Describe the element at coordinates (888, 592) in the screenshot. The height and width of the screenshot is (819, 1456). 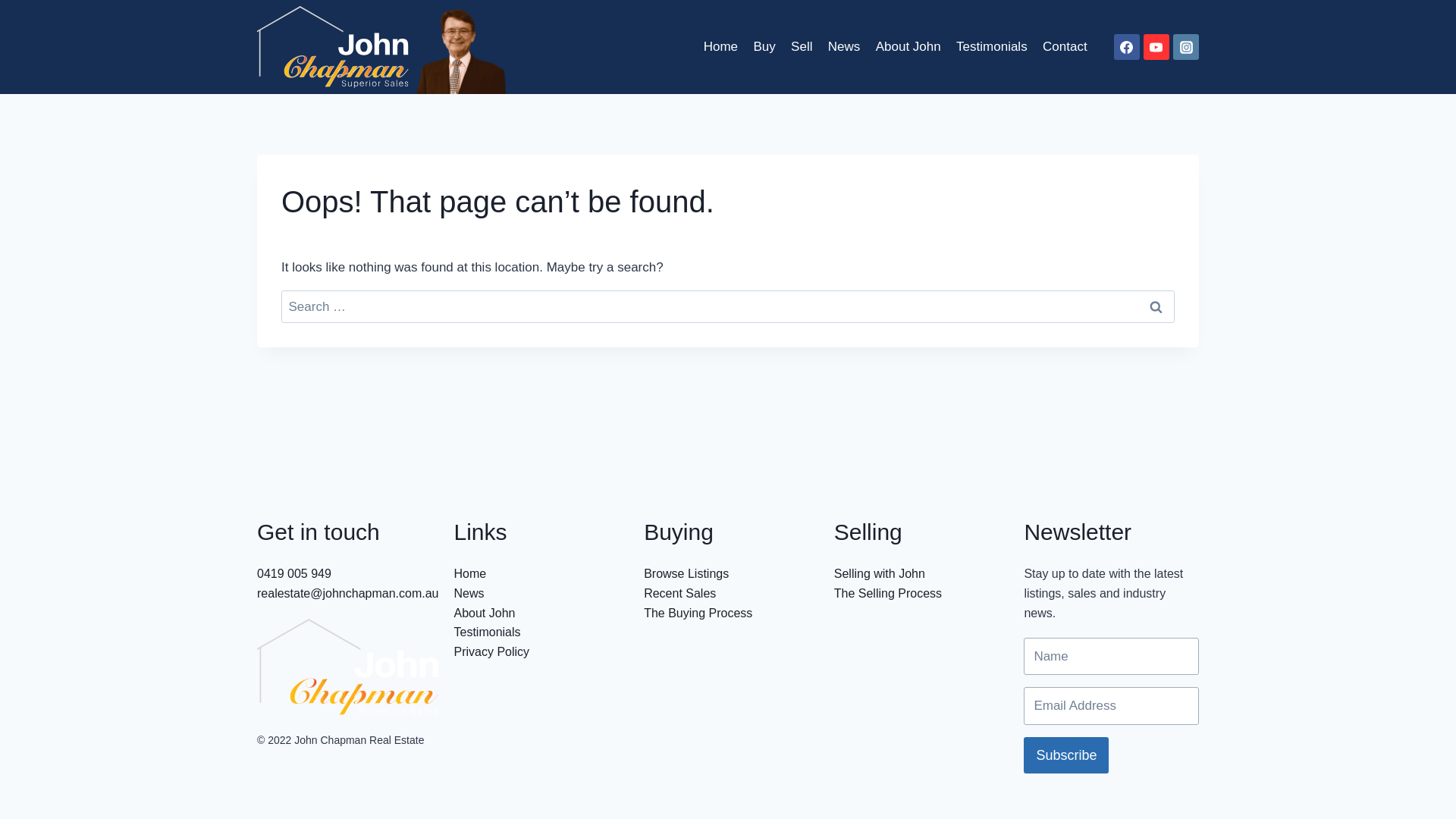
I see `'The Selling Process'` at that location.